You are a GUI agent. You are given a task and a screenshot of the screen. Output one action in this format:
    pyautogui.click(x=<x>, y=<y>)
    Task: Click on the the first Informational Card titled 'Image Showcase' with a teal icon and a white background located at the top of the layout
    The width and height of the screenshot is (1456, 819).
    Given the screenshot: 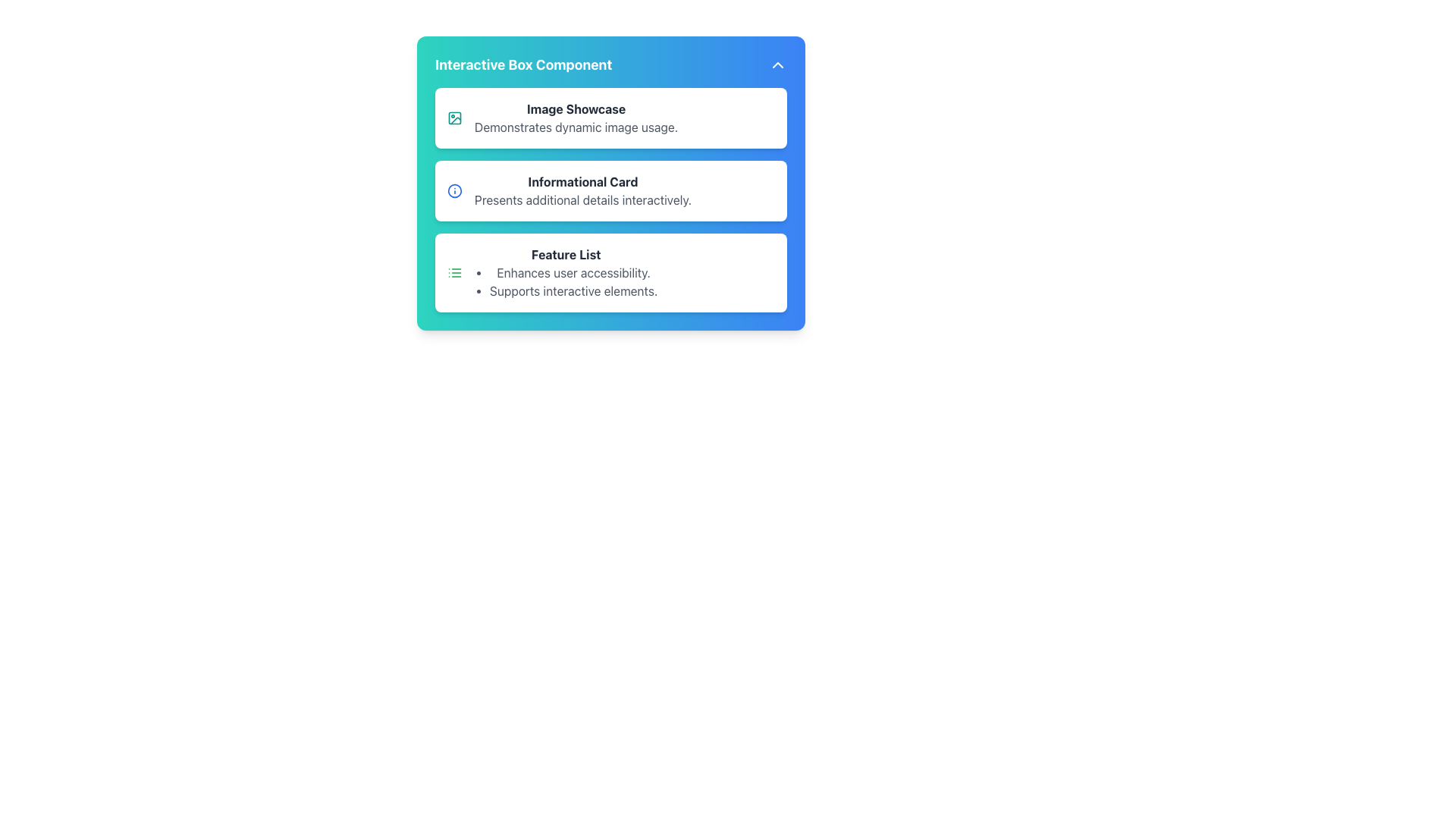 What is the action you would take?
    pyautogui.click(x=611, y=117)
    